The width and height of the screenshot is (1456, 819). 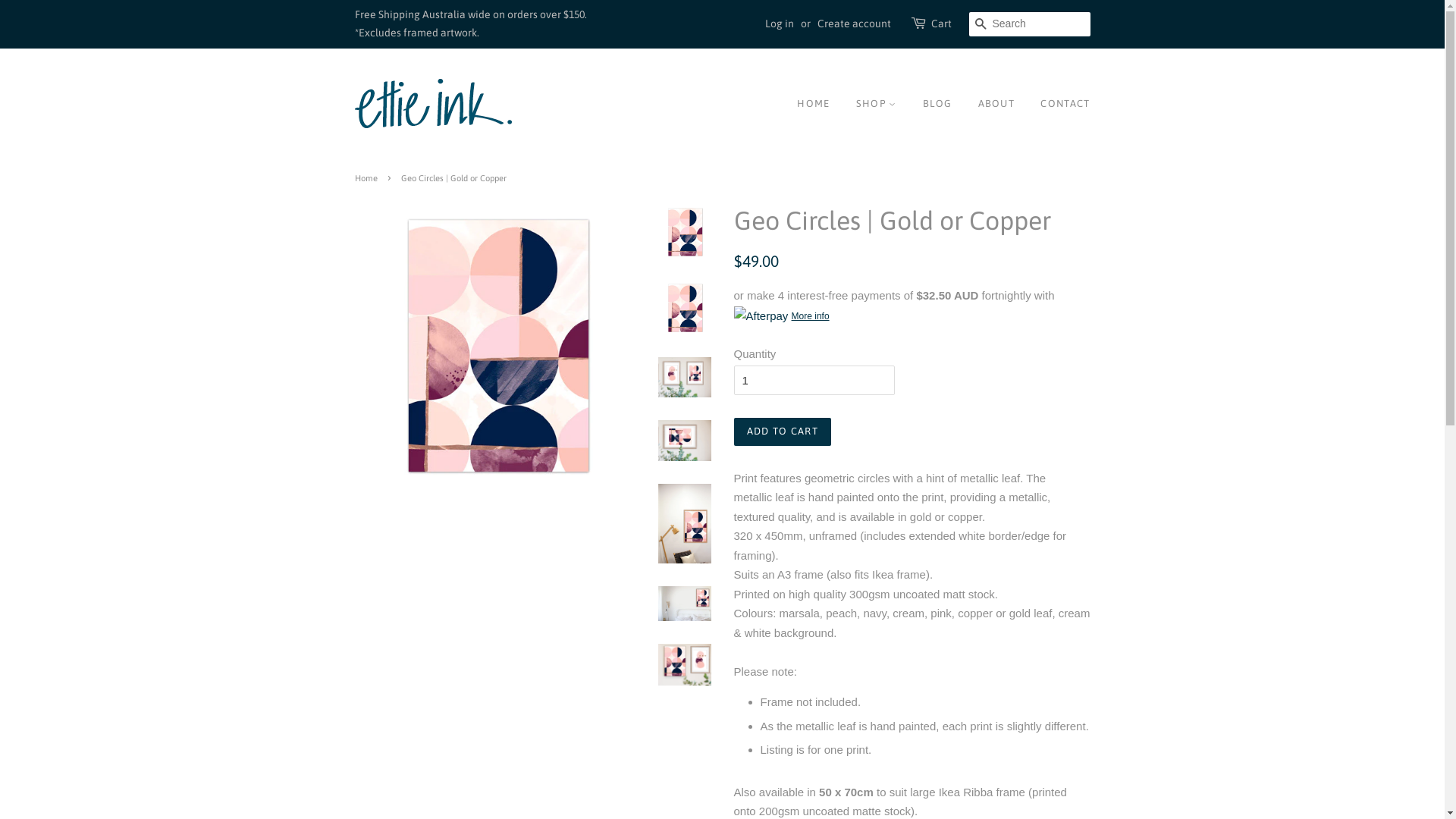 What do you see at coordinates (981, 24) in the screenshot?
I see `'SEARCH'` at bounding box center [981, 24].